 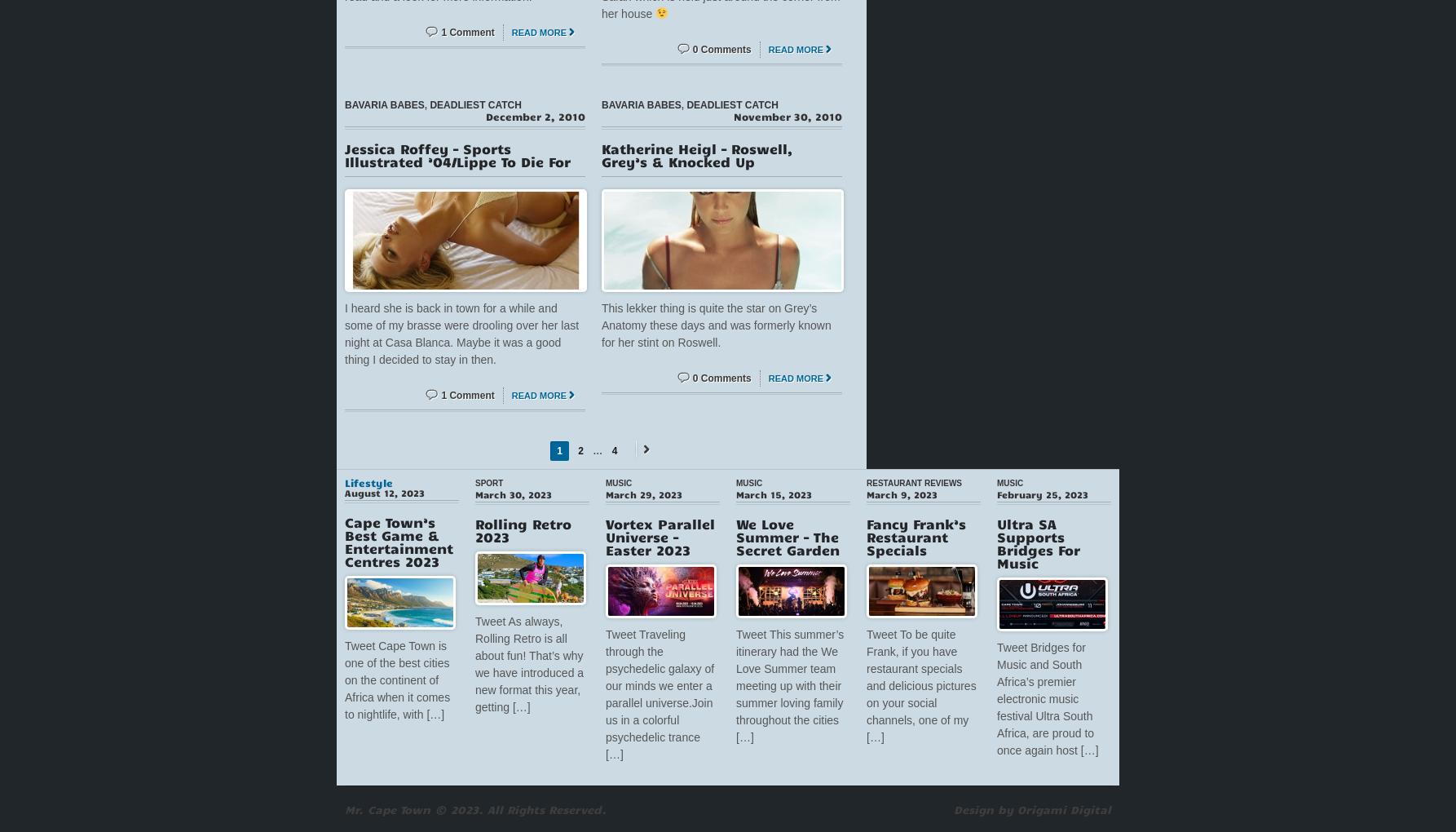 What do you see at coordinates (601, 153) in the screenshot?
I see `'Katherine Heigl – Roswell, Grey’s & Knocked Up'` at bounding box center [601, 153].